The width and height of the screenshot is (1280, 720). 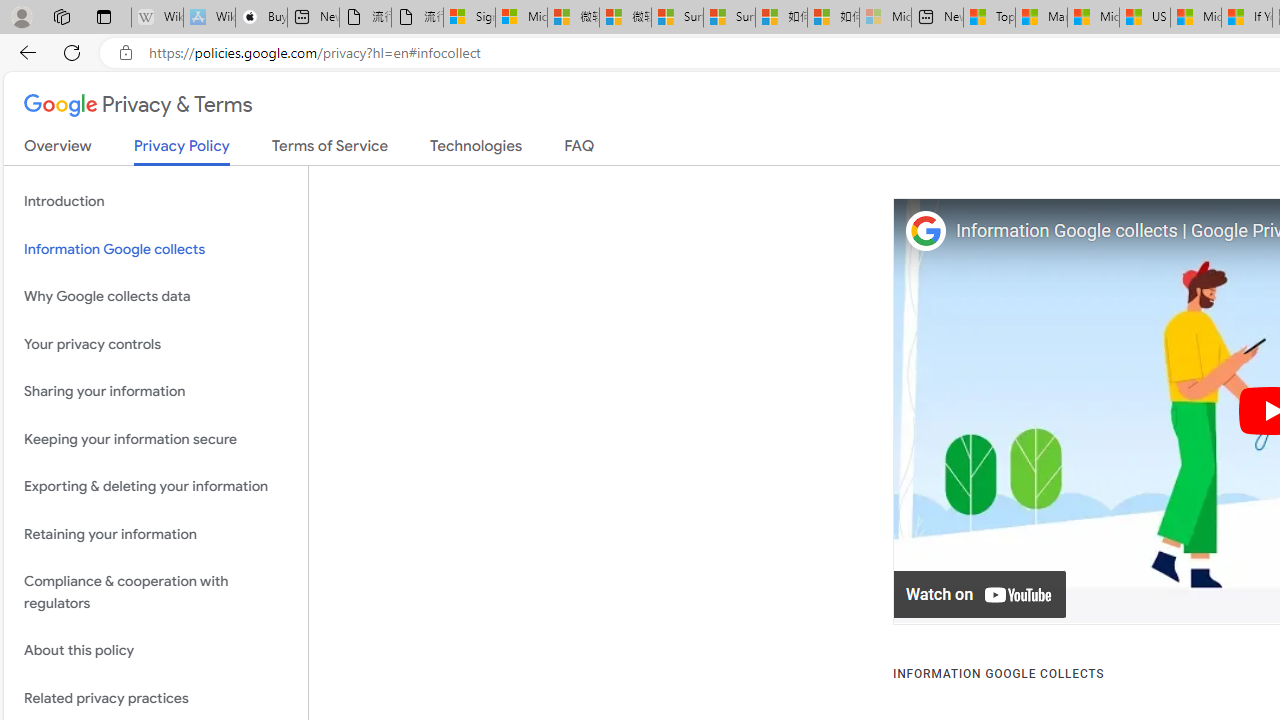 What do you see at coordinates (468, 17) in the screenshot?
I see `'Sign in to your Microsoft account'` at bounding box center [468, 17].